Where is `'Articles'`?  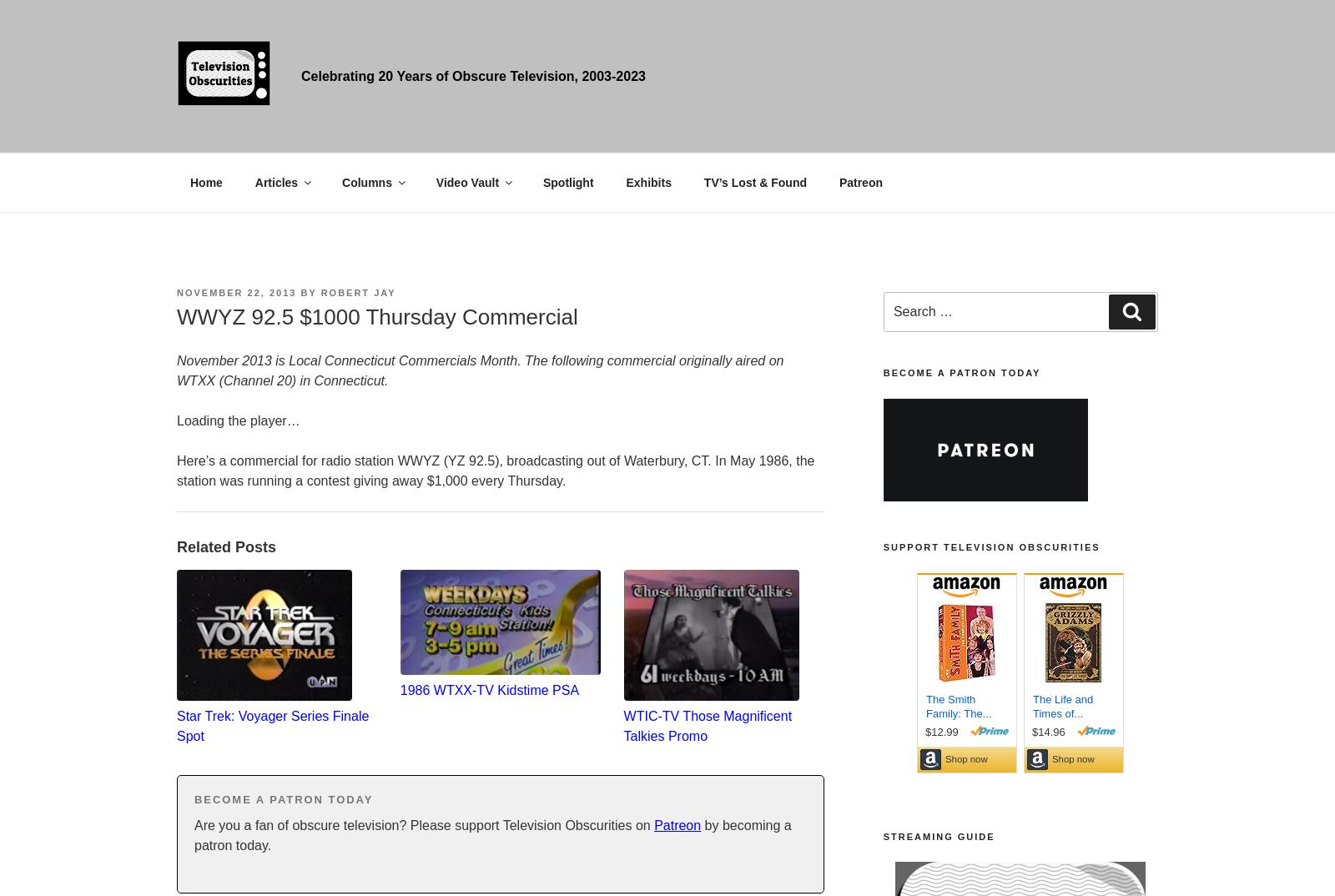 'Articles' is located at coordinates (276, 181).